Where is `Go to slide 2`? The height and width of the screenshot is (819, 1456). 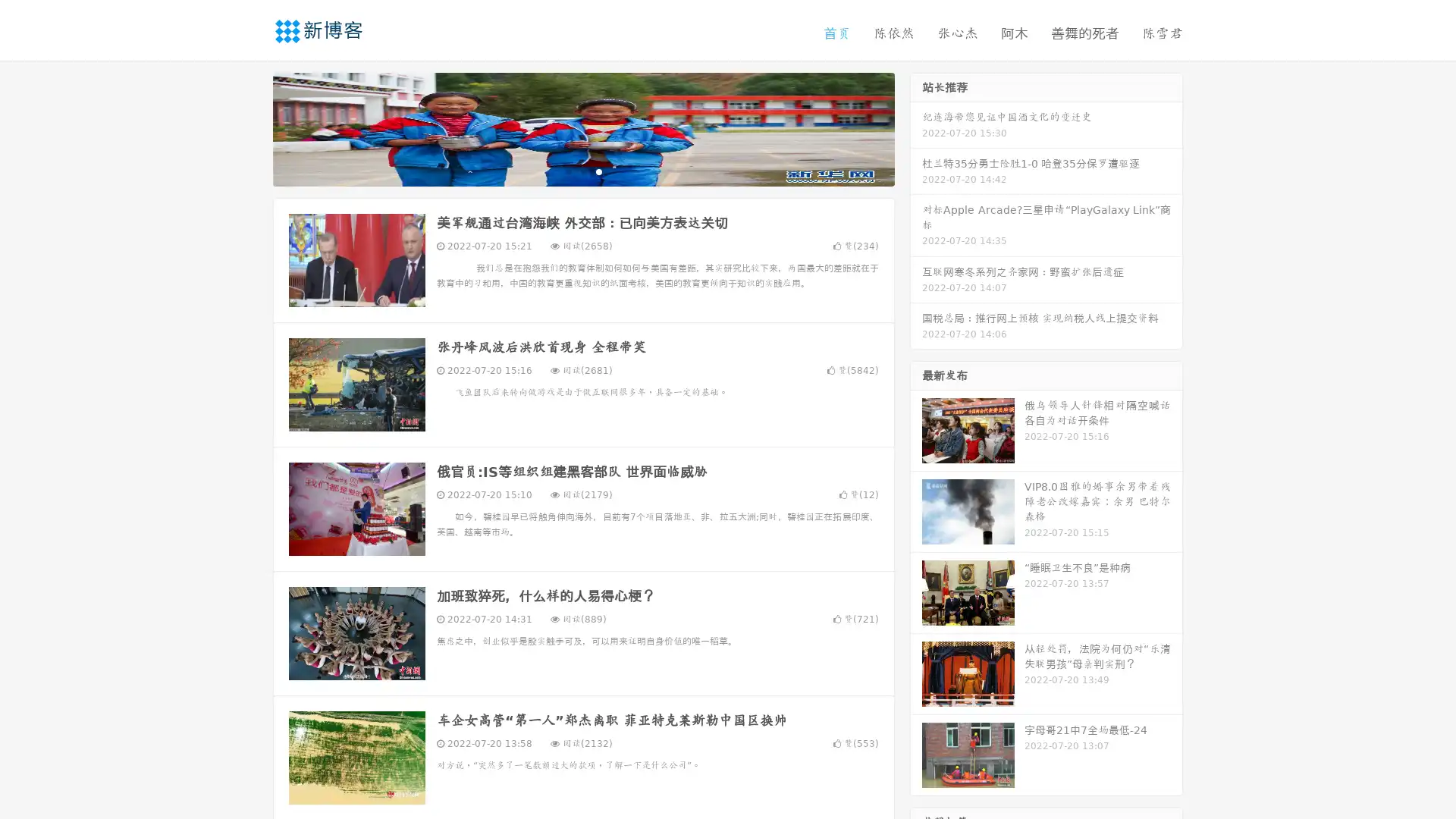 Go to slide 2 is located at coordinates (582, 171).